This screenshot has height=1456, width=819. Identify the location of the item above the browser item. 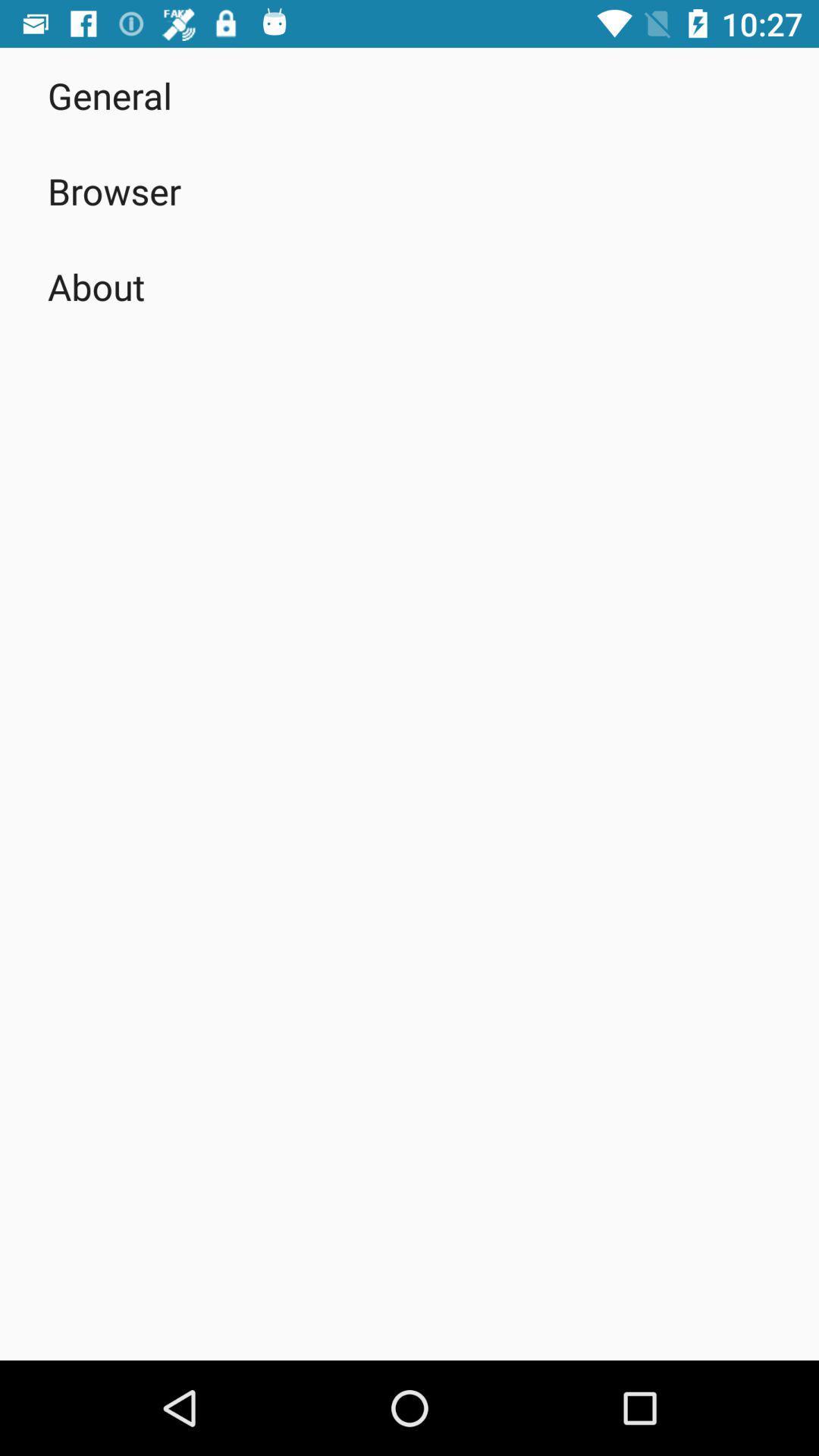
(109, 94).